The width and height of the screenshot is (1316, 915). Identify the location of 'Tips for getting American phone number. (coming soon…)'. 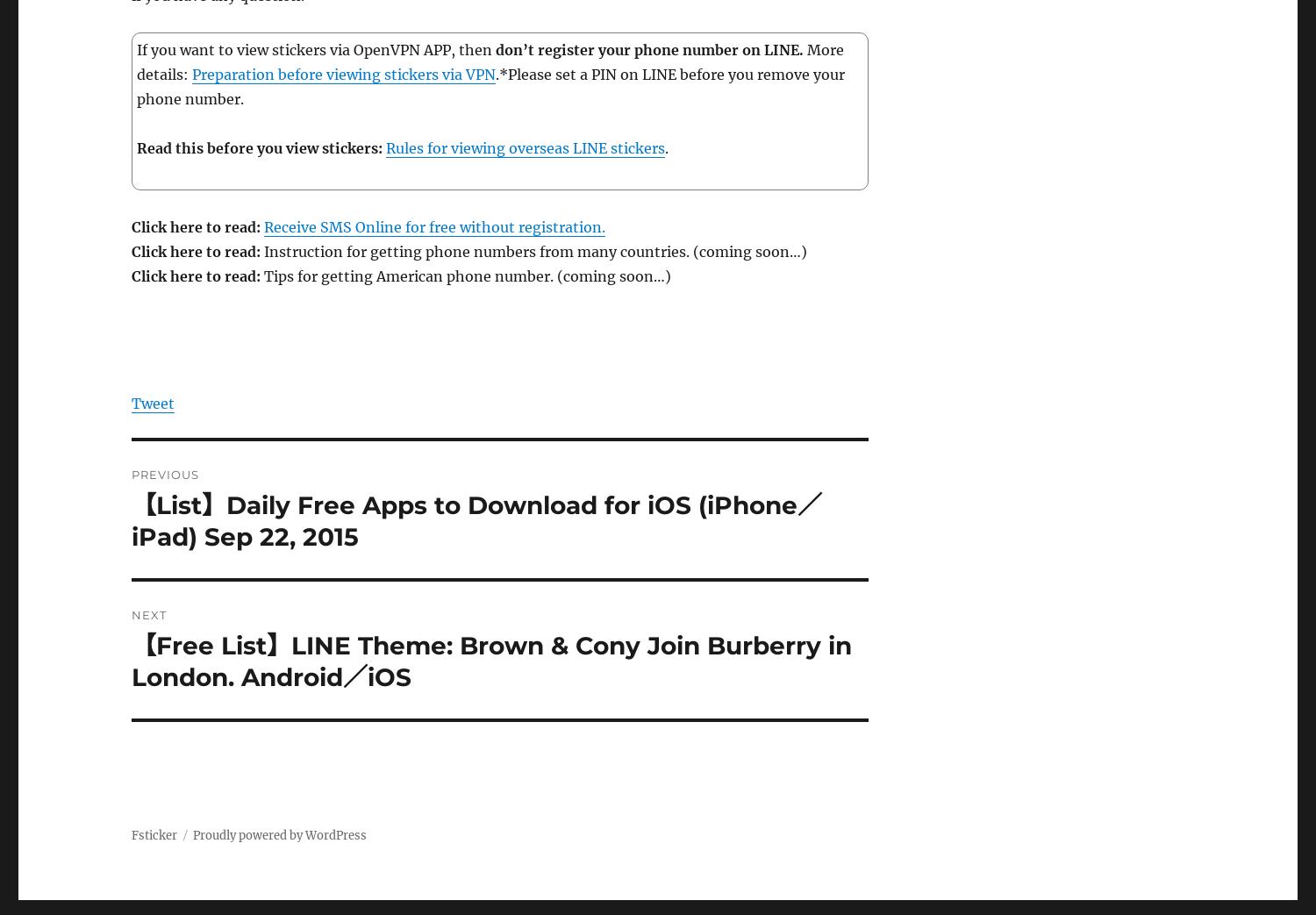
(466, 275).